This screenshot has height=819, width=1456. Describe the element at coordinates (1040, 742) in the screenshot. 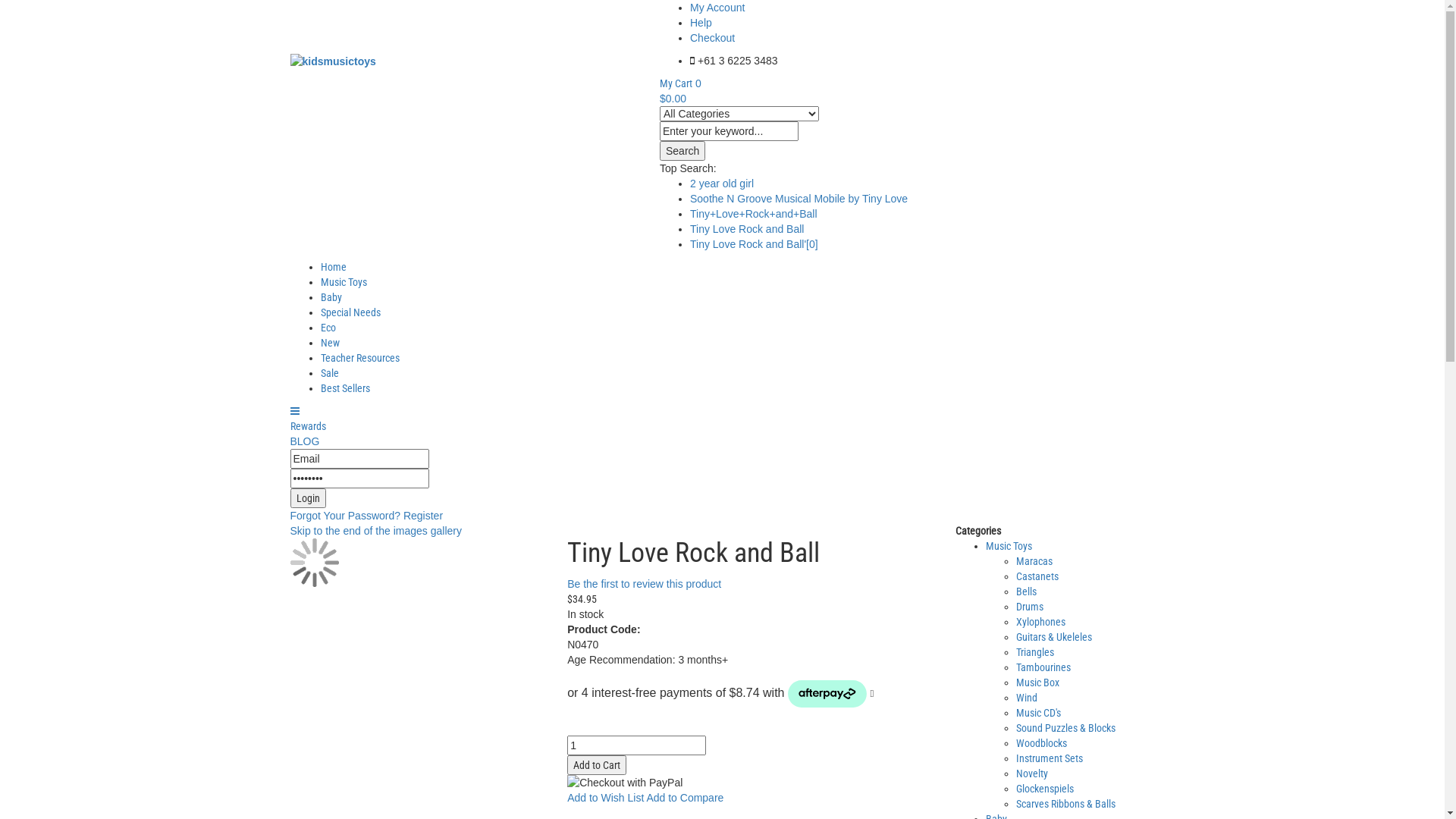

I see `'Woodblocks'` at that location.